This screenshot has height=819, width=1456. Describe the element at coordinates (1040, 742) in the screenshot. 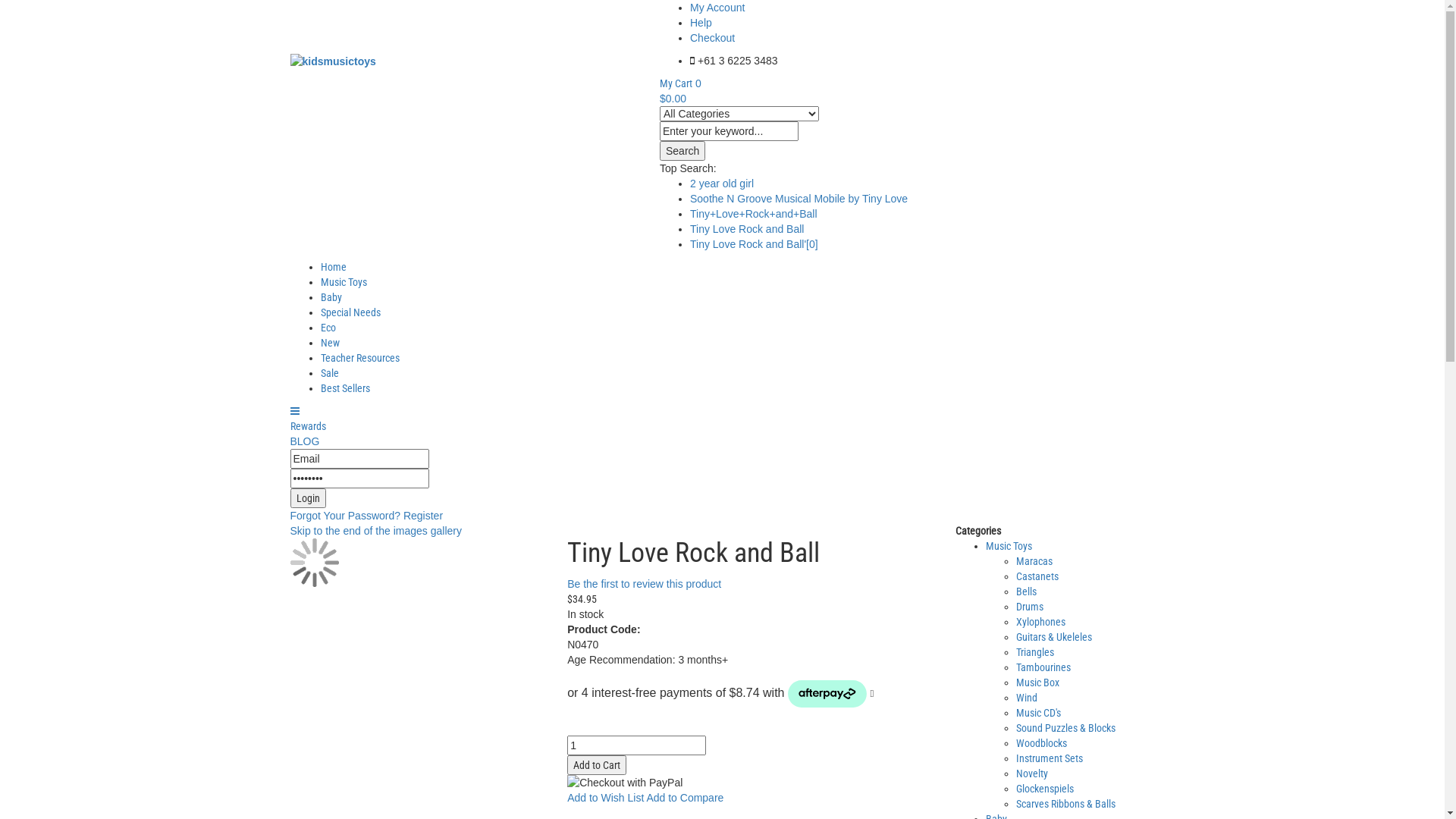

I see `'Woodblocks'` at that location.